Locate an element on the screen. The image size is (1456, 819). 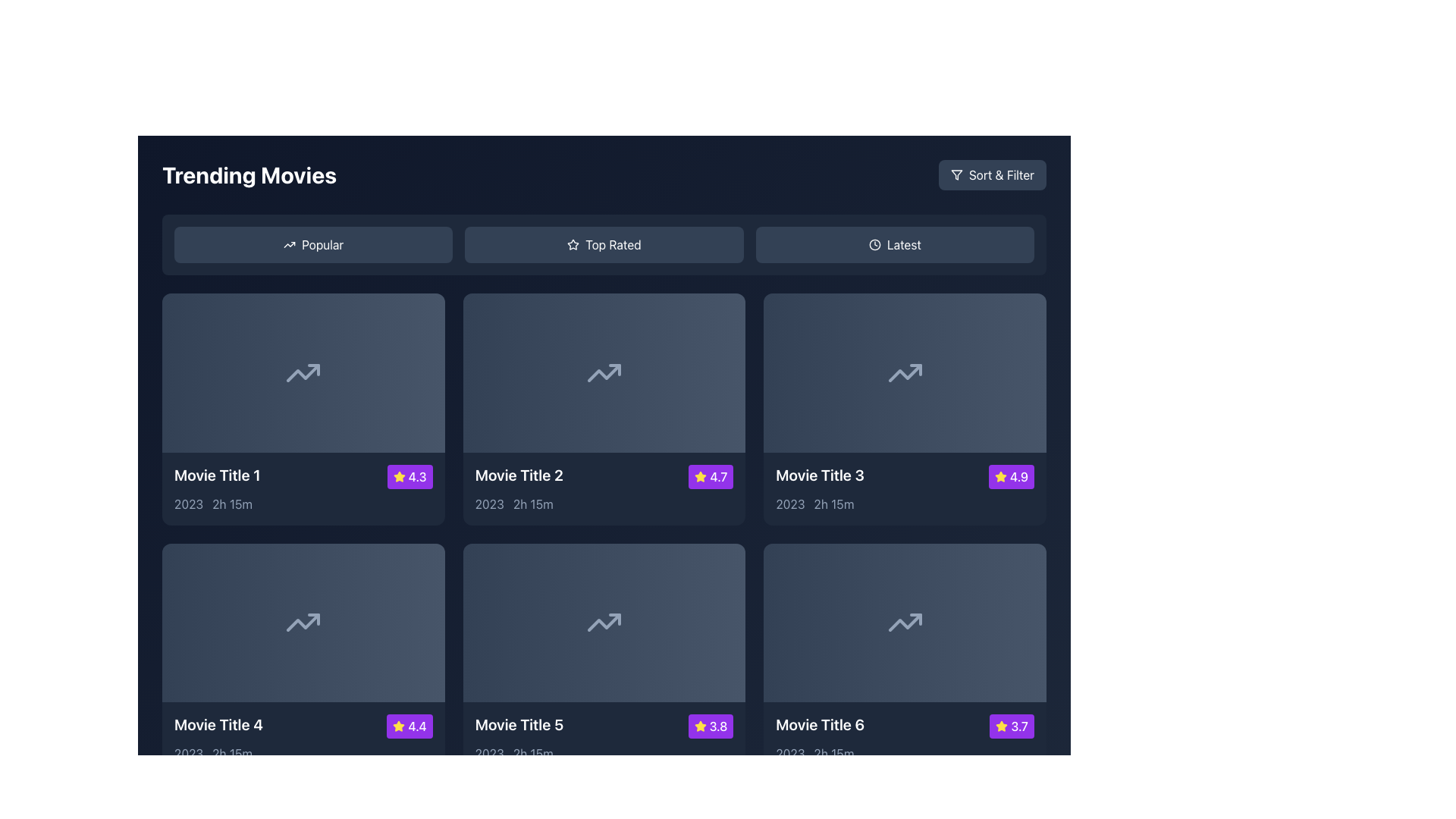
the text label displaying the release year '2023' for 'Movie Title 6' is located at coordinates (789, 754).